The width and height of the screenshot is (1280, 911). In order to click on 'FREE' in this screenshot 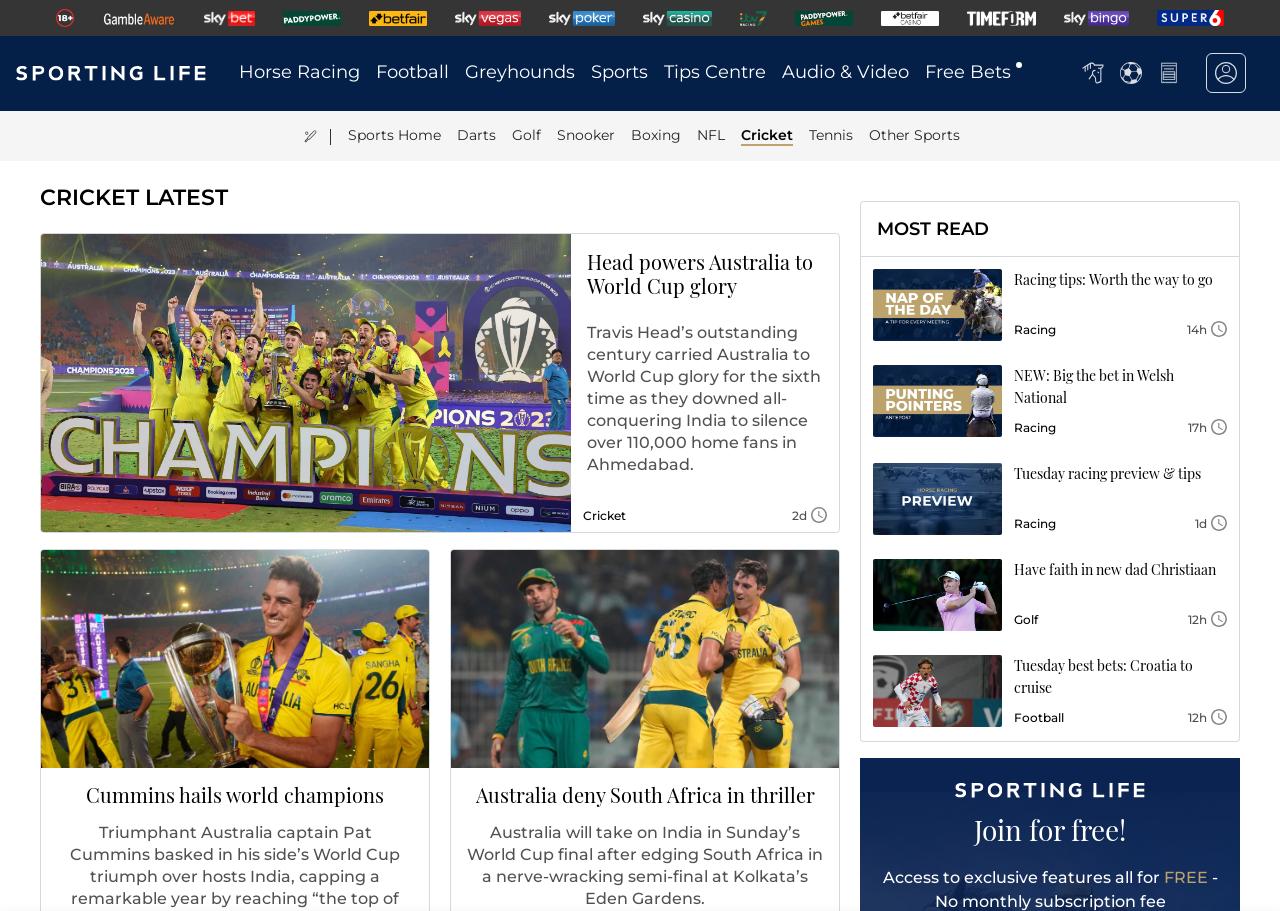, I will do `click(1185, 876)`.